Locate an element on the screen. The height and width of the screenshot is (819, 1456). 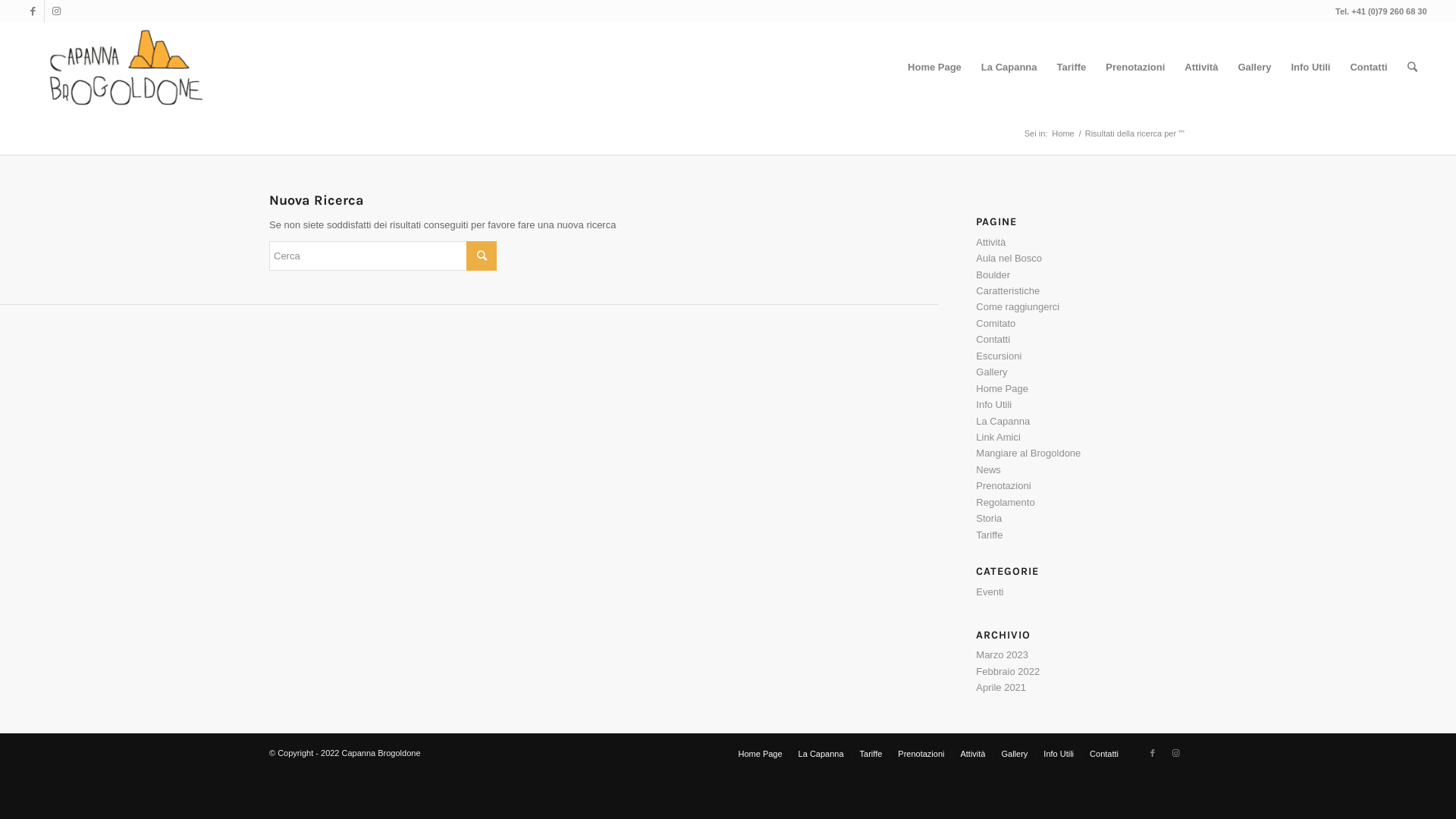
'Instagram' is located at coordinates (55, 11).